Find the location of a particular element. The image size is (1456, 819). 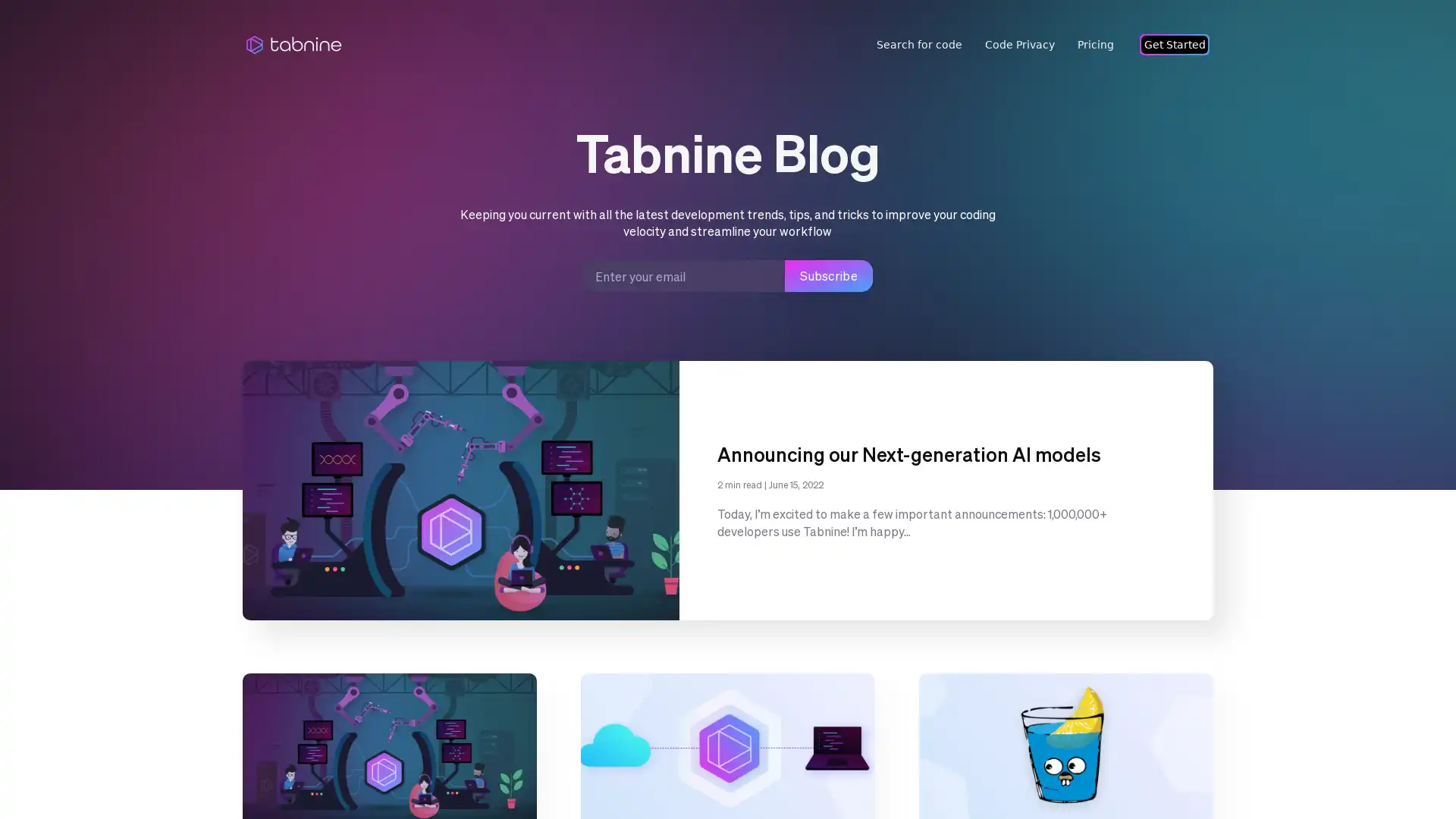

Dismiss Message is located at coordinates (1376, 761).